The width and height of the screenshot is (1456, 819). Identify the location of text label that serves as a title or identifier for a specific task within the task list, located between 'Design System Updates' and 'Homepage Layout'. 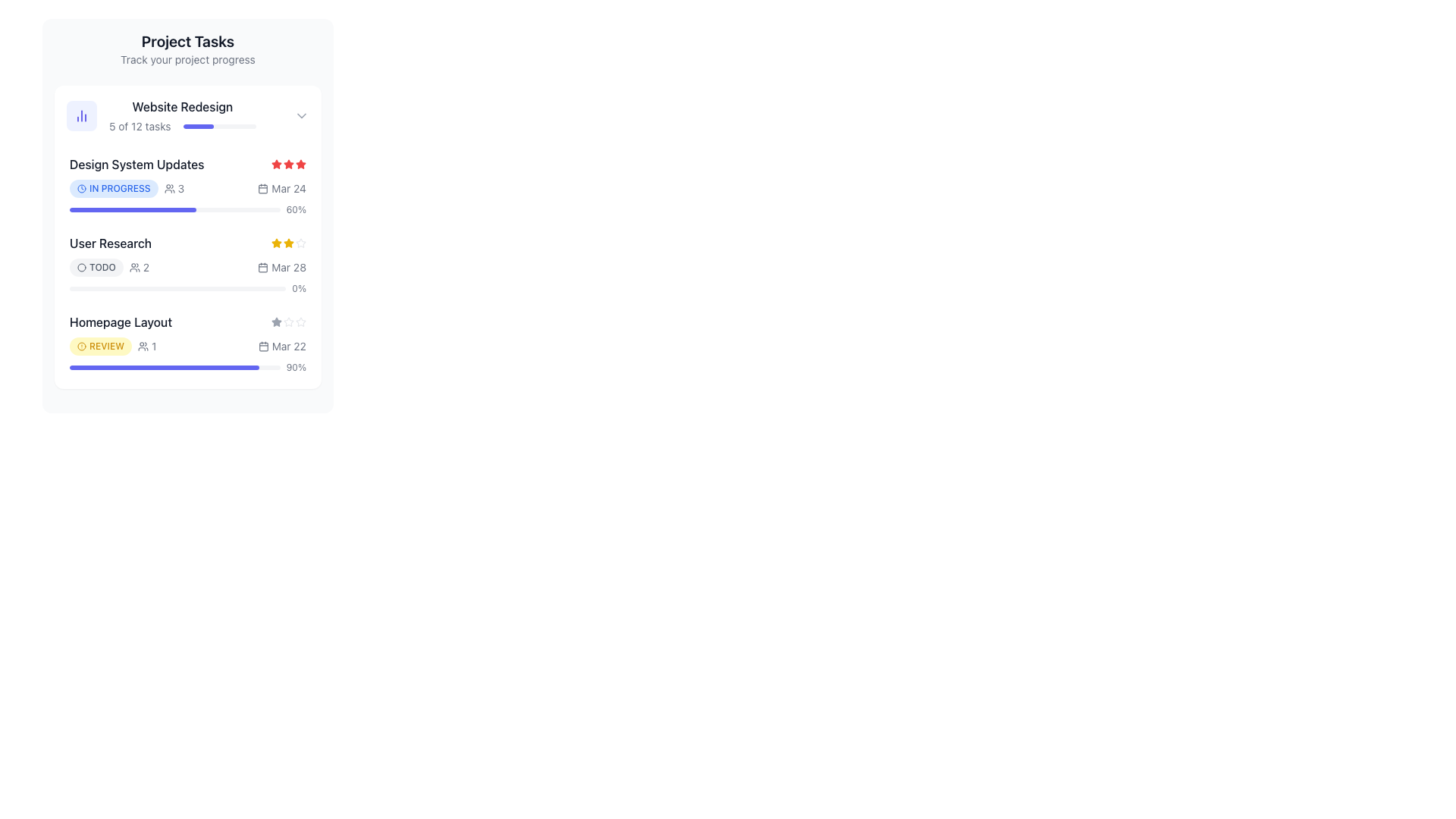
(110, 242).